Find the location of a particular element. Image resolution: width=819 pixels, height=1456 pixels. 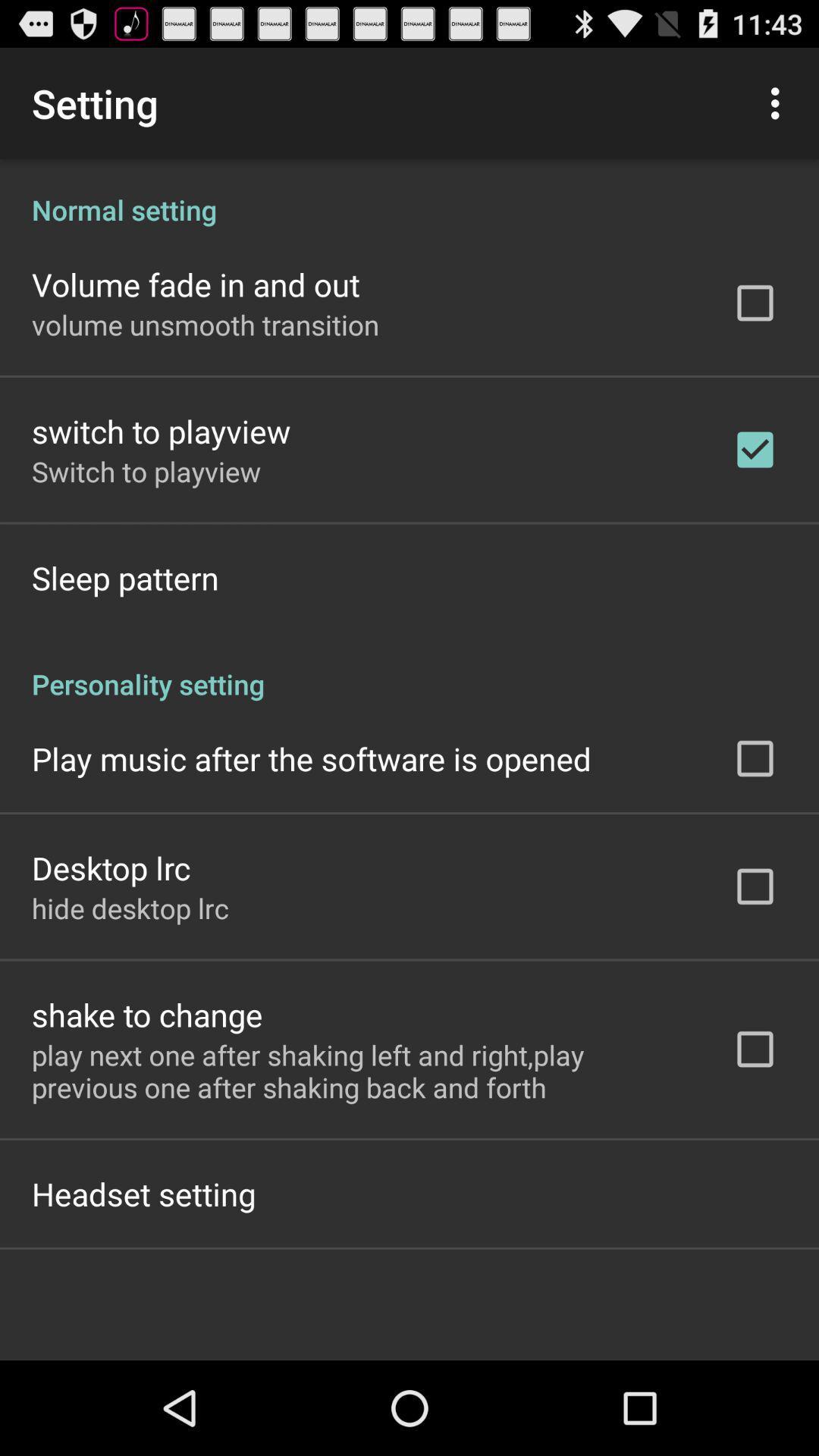

the sleep pattern app is located at coordinates (124, 577).